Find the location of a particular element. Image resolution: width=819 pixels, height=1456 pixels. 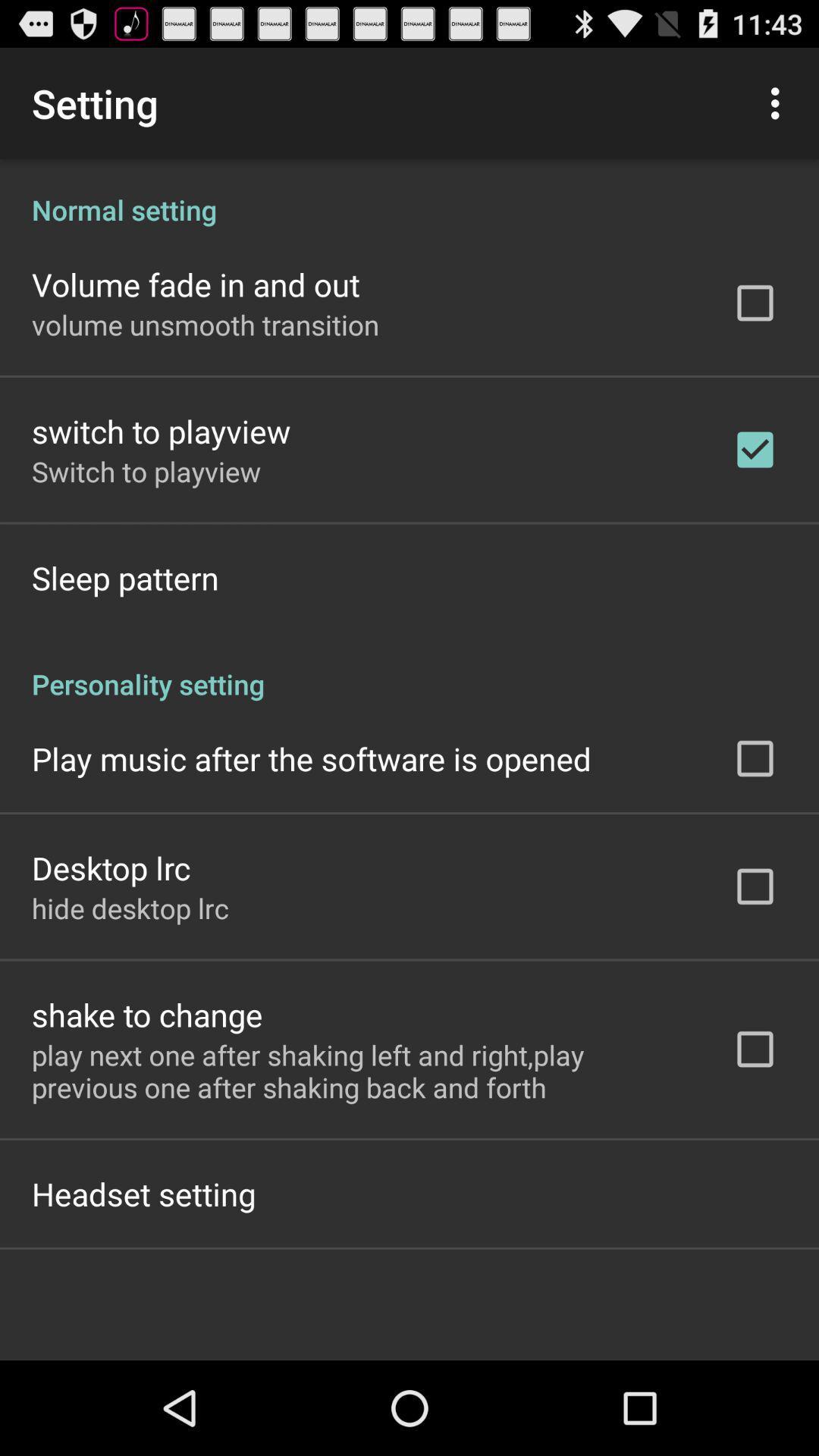

the sleep pattern app is located at coordinates (124, 577).